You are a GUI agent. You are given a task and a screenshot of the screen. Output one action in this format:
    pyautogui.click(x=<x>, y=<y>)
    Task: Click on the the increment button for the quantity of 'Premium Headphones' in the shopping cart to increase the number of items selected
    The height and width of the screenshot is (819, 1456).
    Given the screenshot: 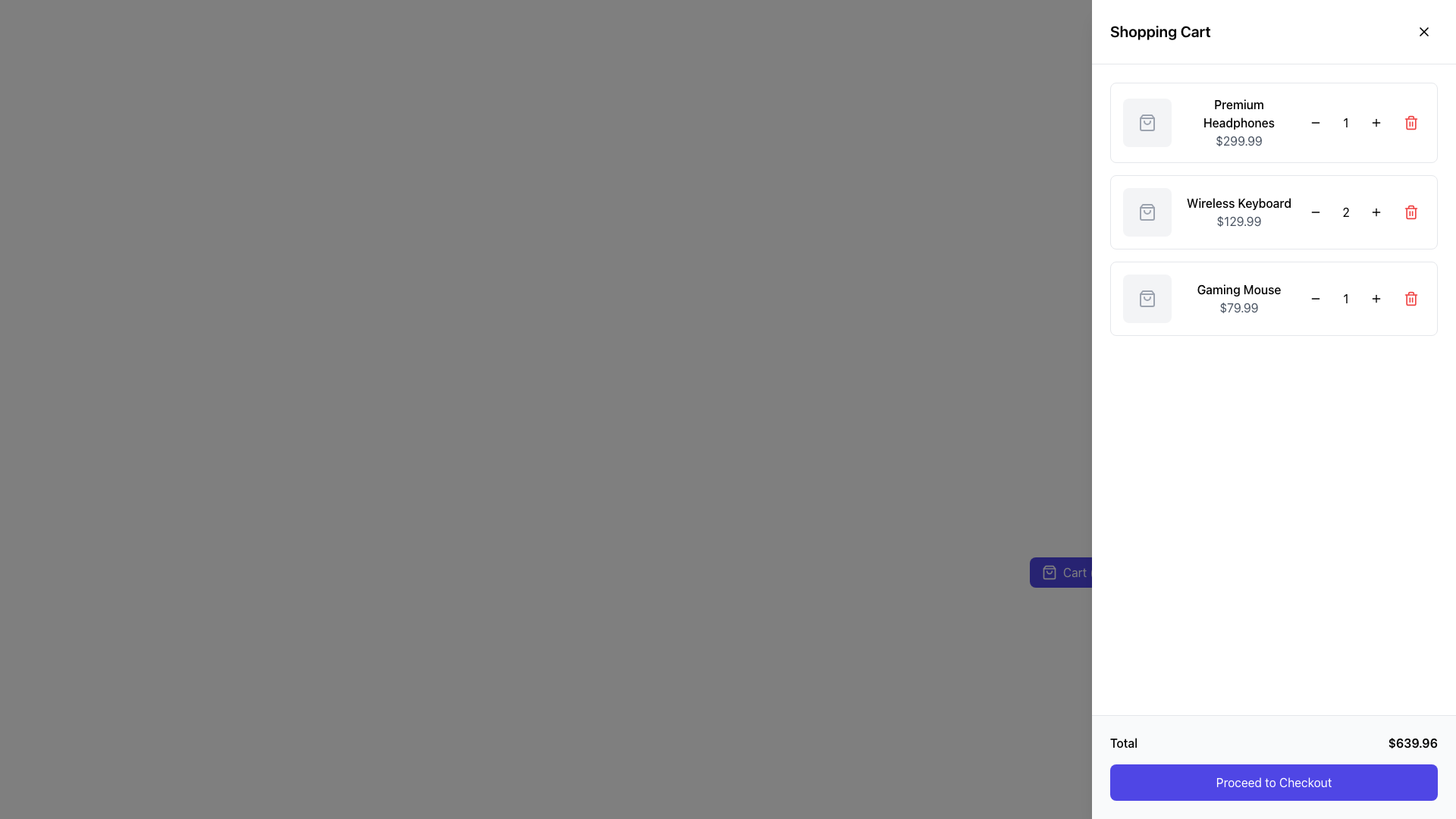 What is the action you would take?
    pyautogui.click(x=1376, y=122)
    